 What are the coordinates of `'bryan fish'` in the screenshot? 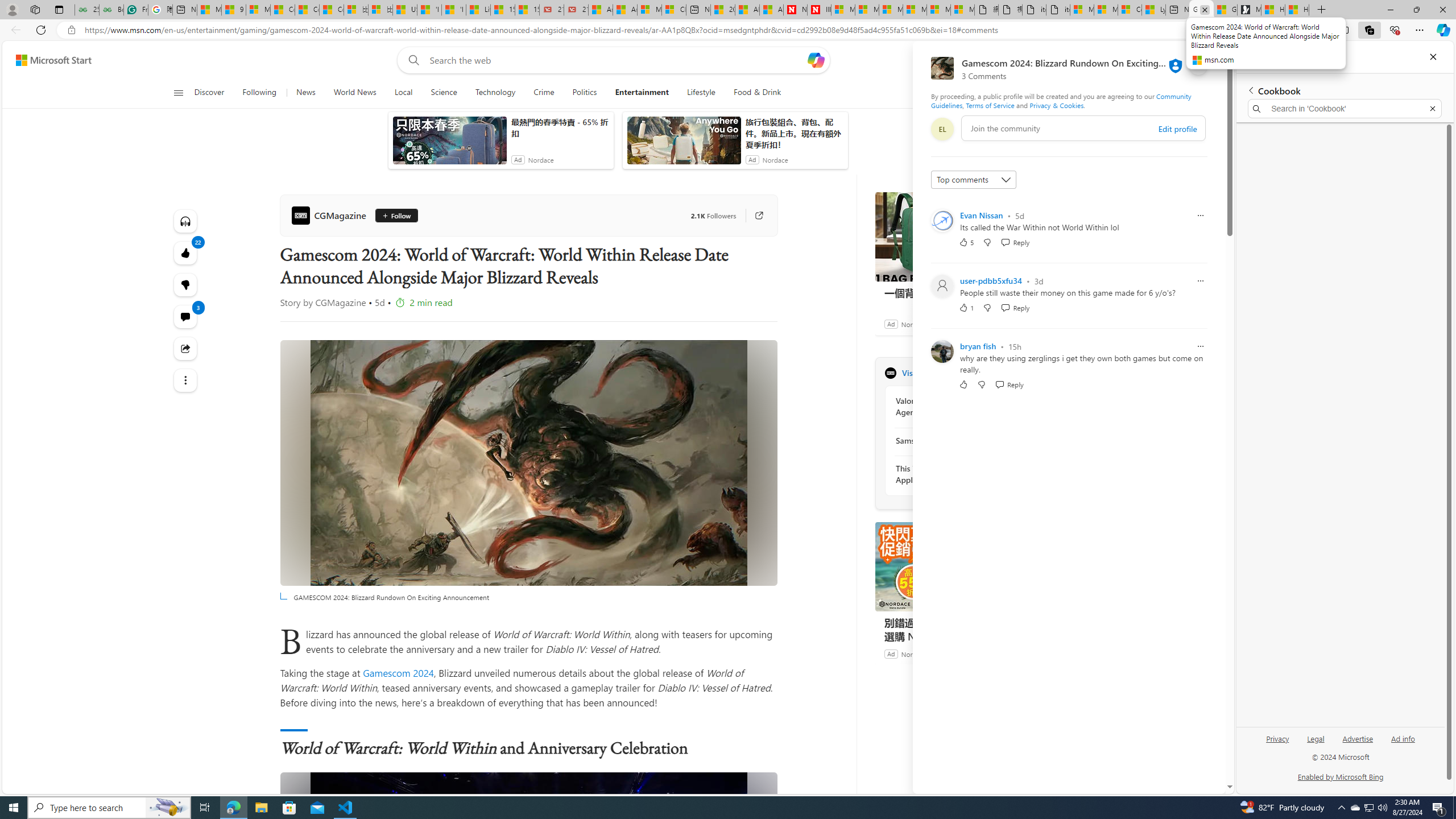 It's located at (978, 346).